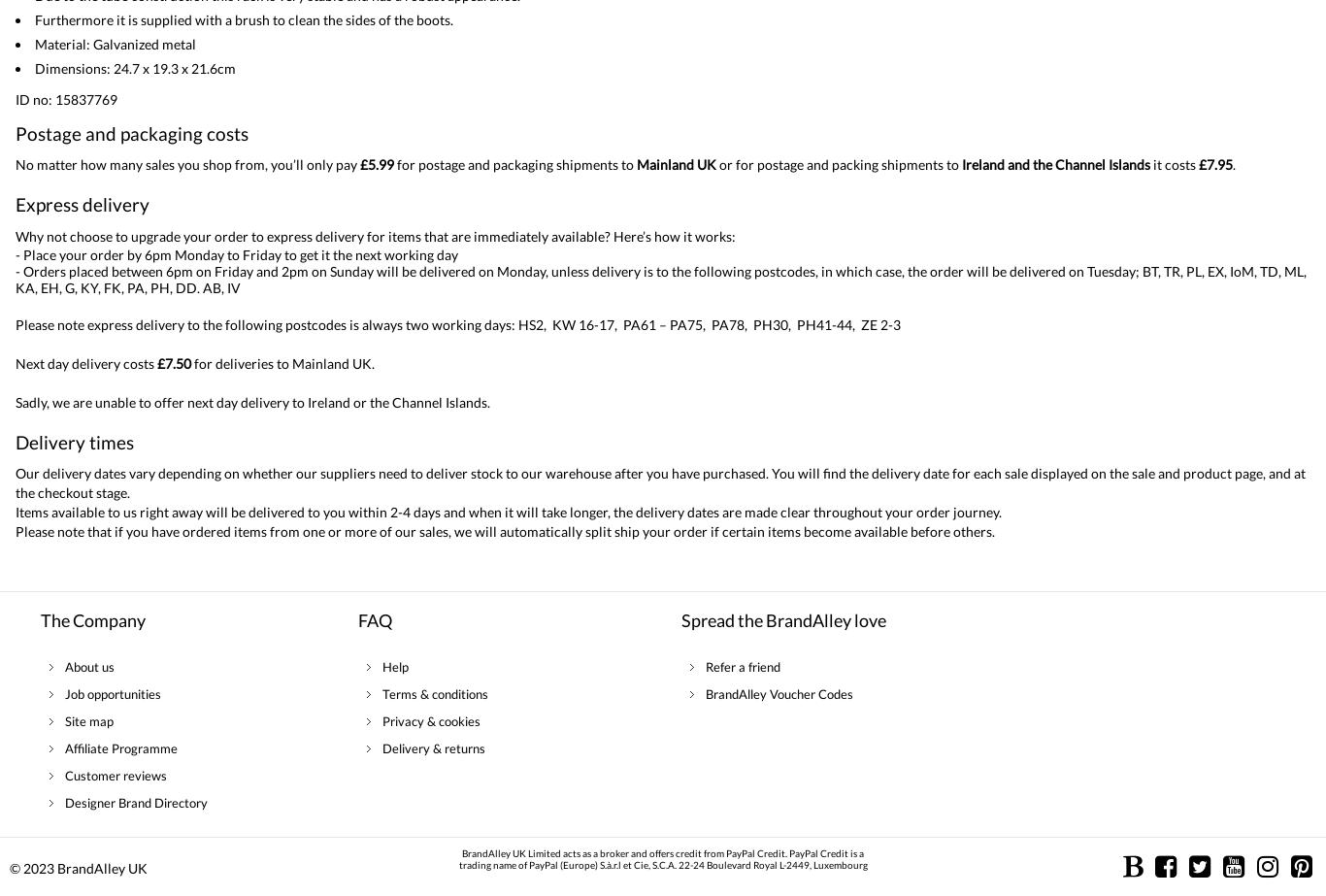 Image resolution: width=1326 pixels, height=896 pixels. I want to click on 'Please note express delivery to the following postcodes is always two working days: HS2,  KW 16-17,  PA61 – PA75,  PA78,  PH30,  PH41-44,  ZE 2-3', so click(457, 323).